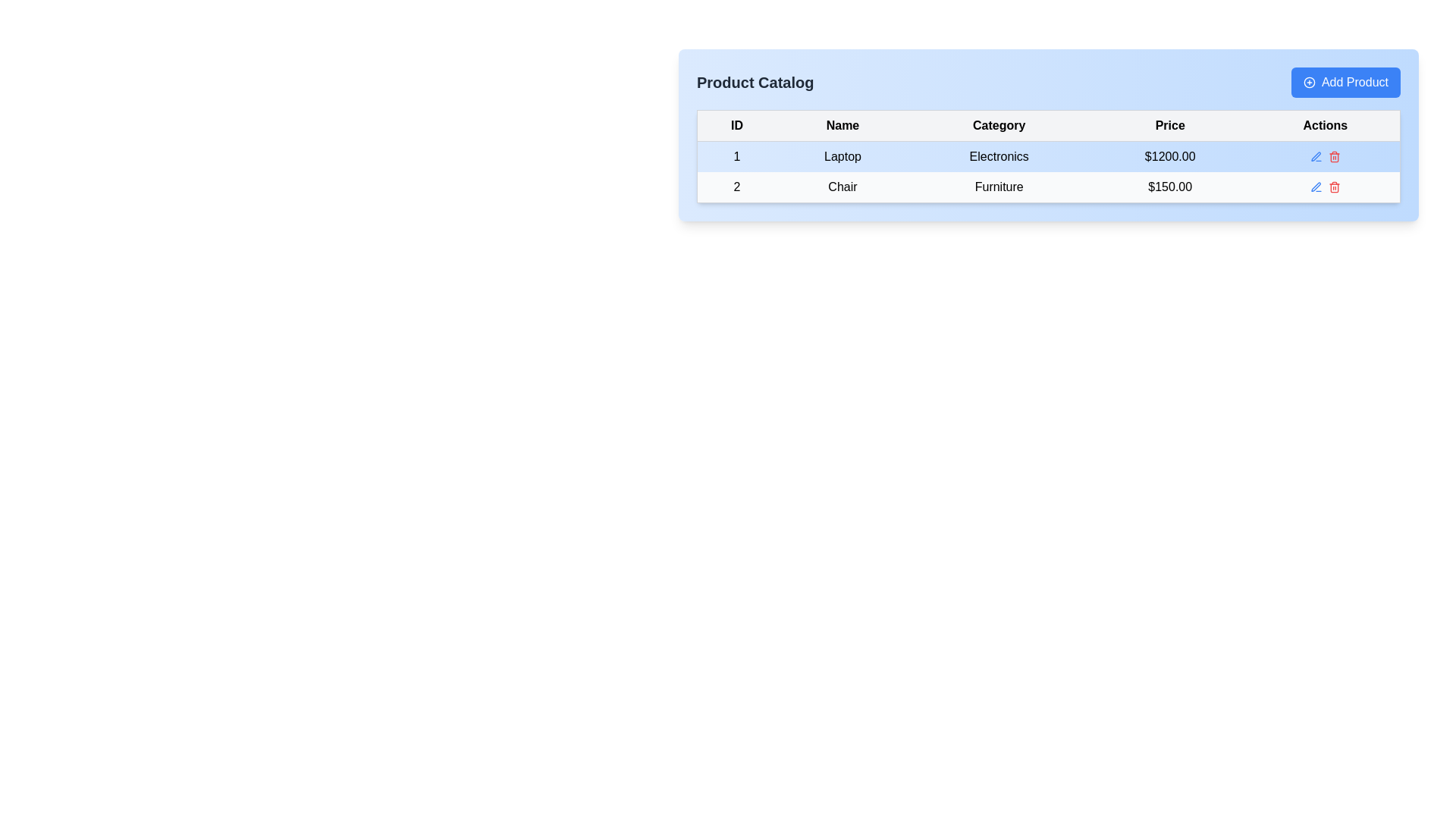 The image size is (1456, 819). I want to click on the 'Furniture' text label located in the third cell of the second row of the 'Product Catalog' table under the 'Category' column, so click(999, 187).